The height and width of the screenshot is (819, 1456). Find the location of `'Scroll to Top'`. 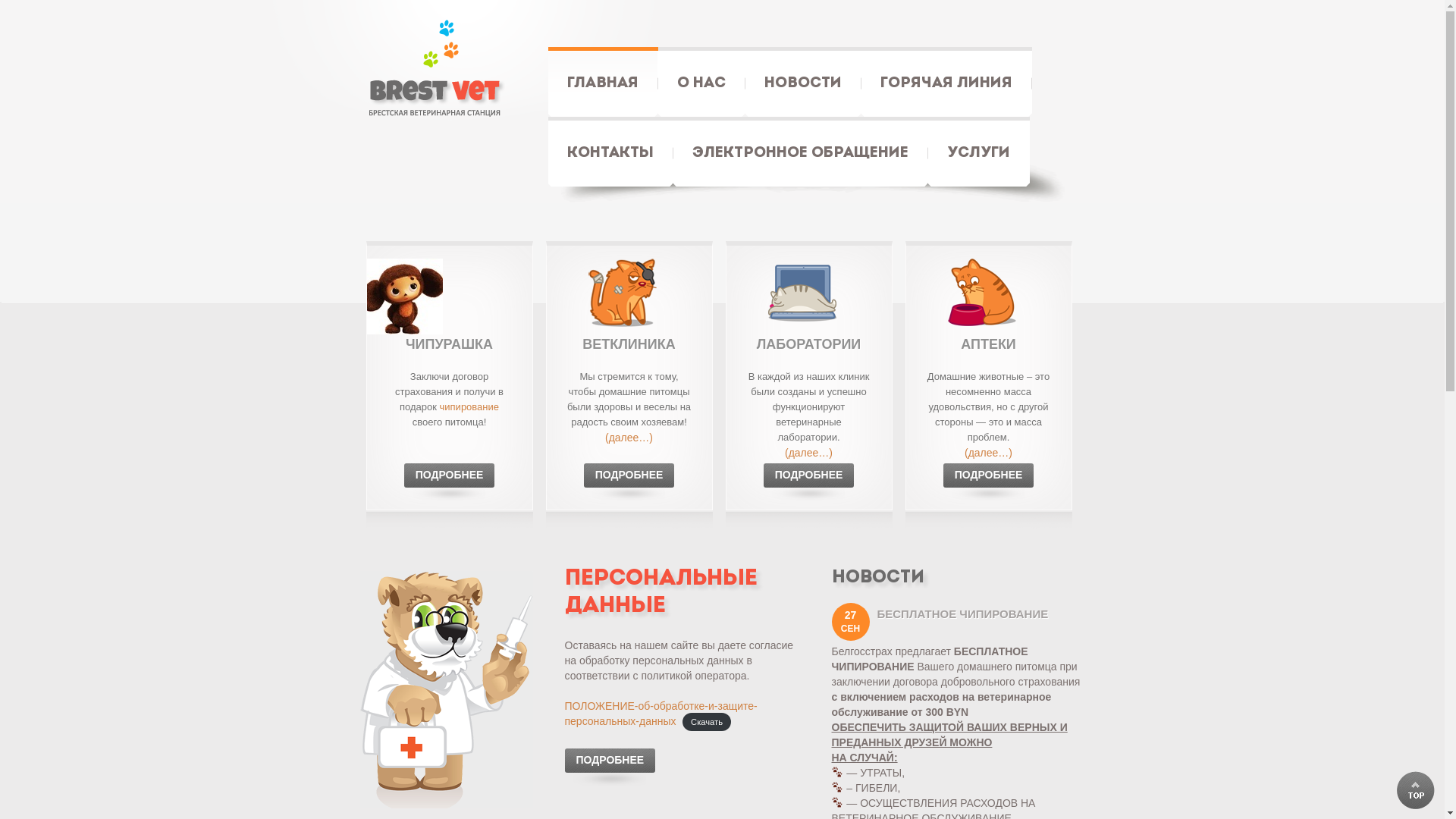

'Scroll to Top' is located at coordinates (1396, 789).